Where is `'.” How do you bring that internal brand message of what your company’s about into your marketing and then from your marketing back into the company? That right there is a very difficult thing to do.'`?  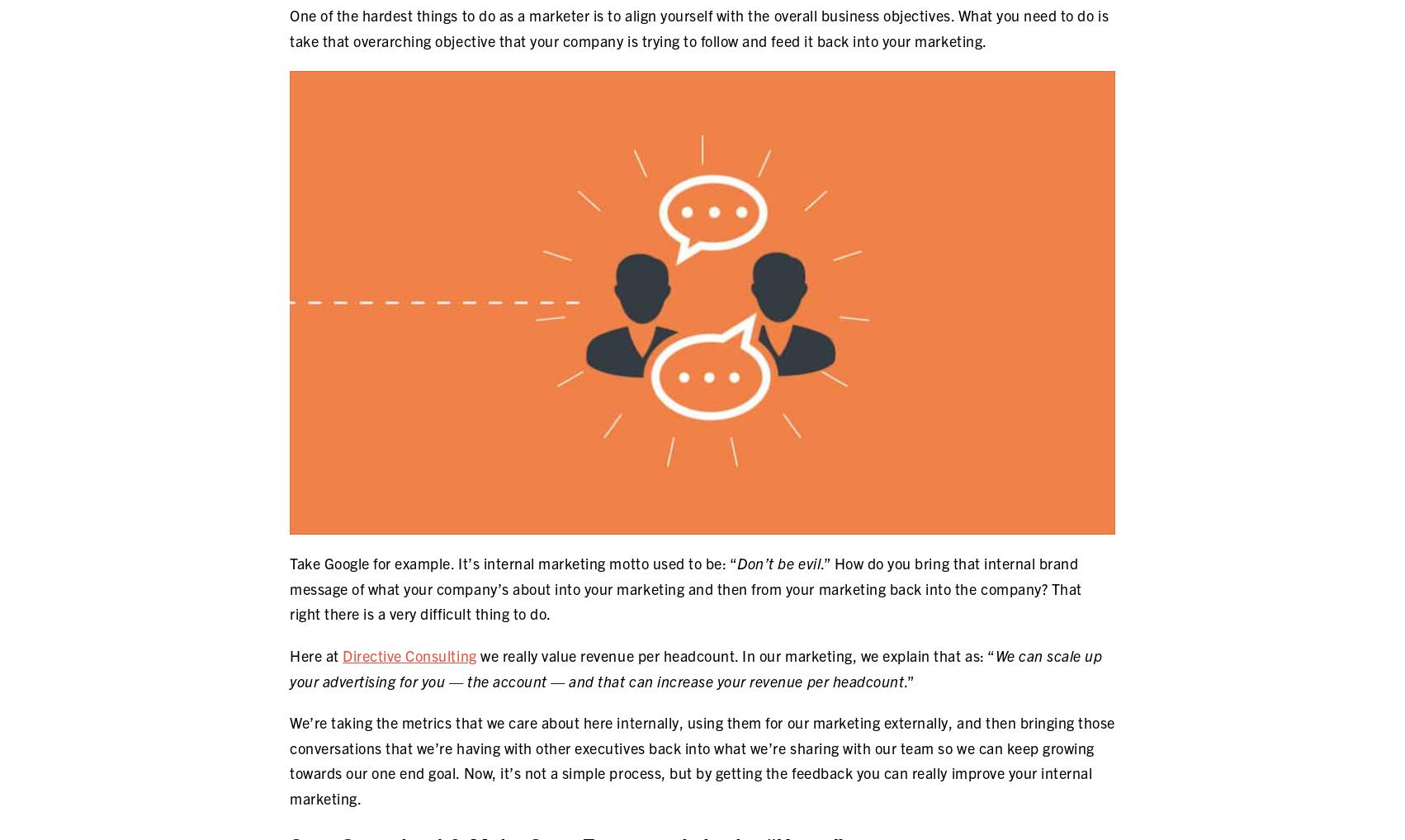 '.” How do you bring that internal brand message of what your company’s about into your marketing and then from your marketing back into the company? That right there is a very difficult thing to do.' is located at coordinates (684, 588).